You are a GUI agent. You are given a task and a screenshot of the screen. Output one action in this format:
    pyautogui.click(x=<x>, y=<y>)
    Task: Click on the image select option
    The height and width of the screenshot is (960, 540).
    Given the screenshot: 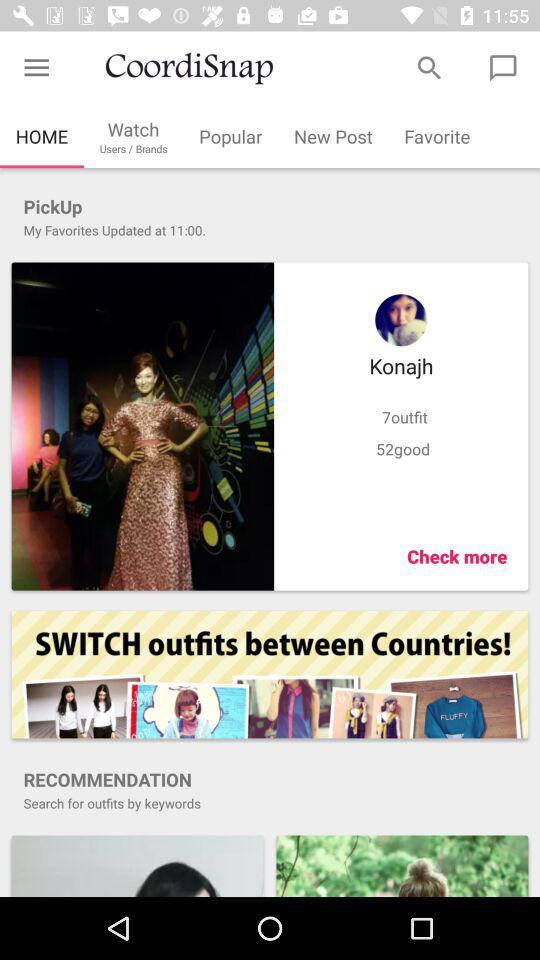 What is the action you would take?
    pyautogui.click(x=141, y=426)
    